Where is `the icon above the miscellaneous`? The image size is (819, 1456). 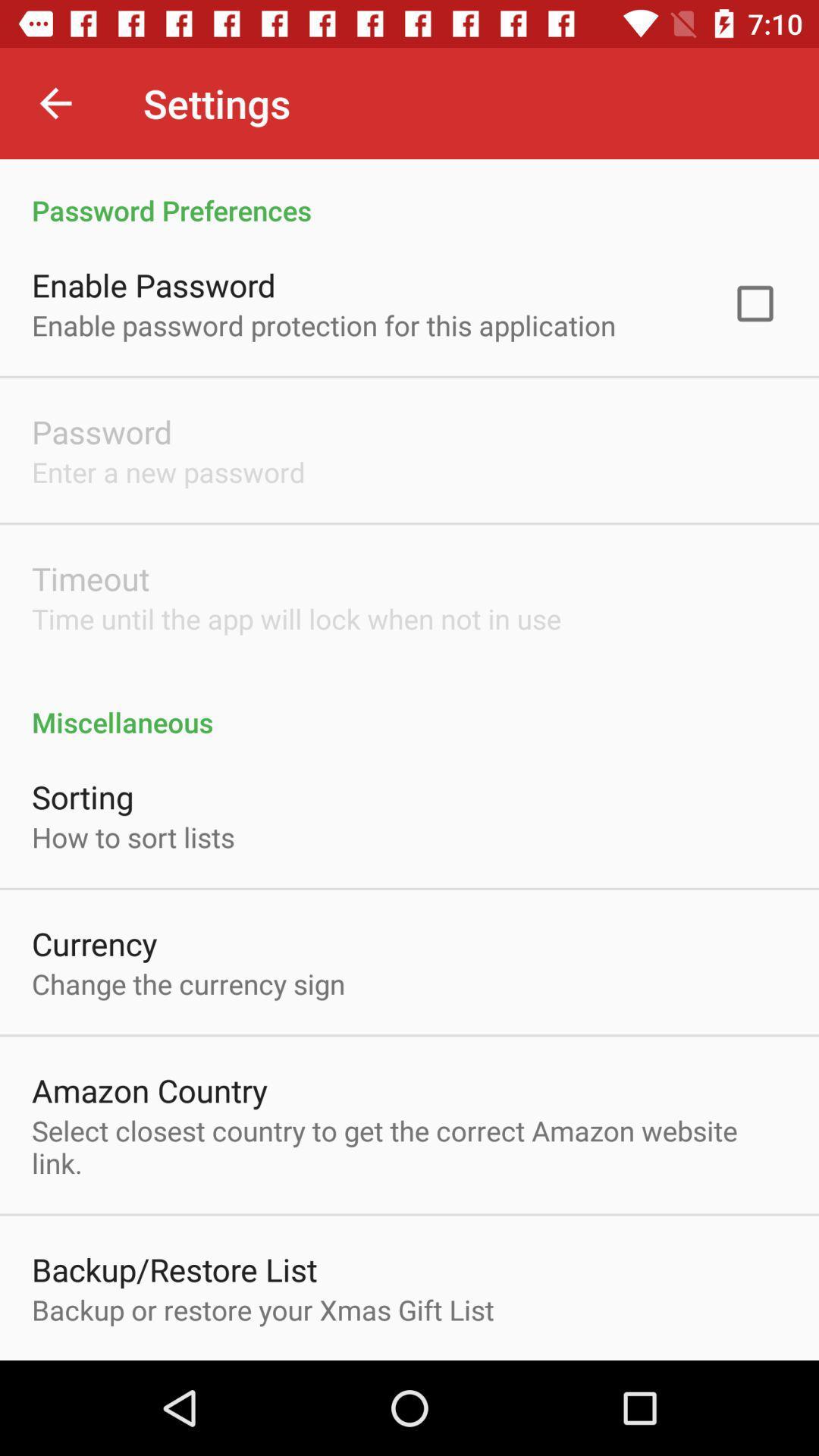 the icon above the miscellaneous is located at coordinates (755, 303).